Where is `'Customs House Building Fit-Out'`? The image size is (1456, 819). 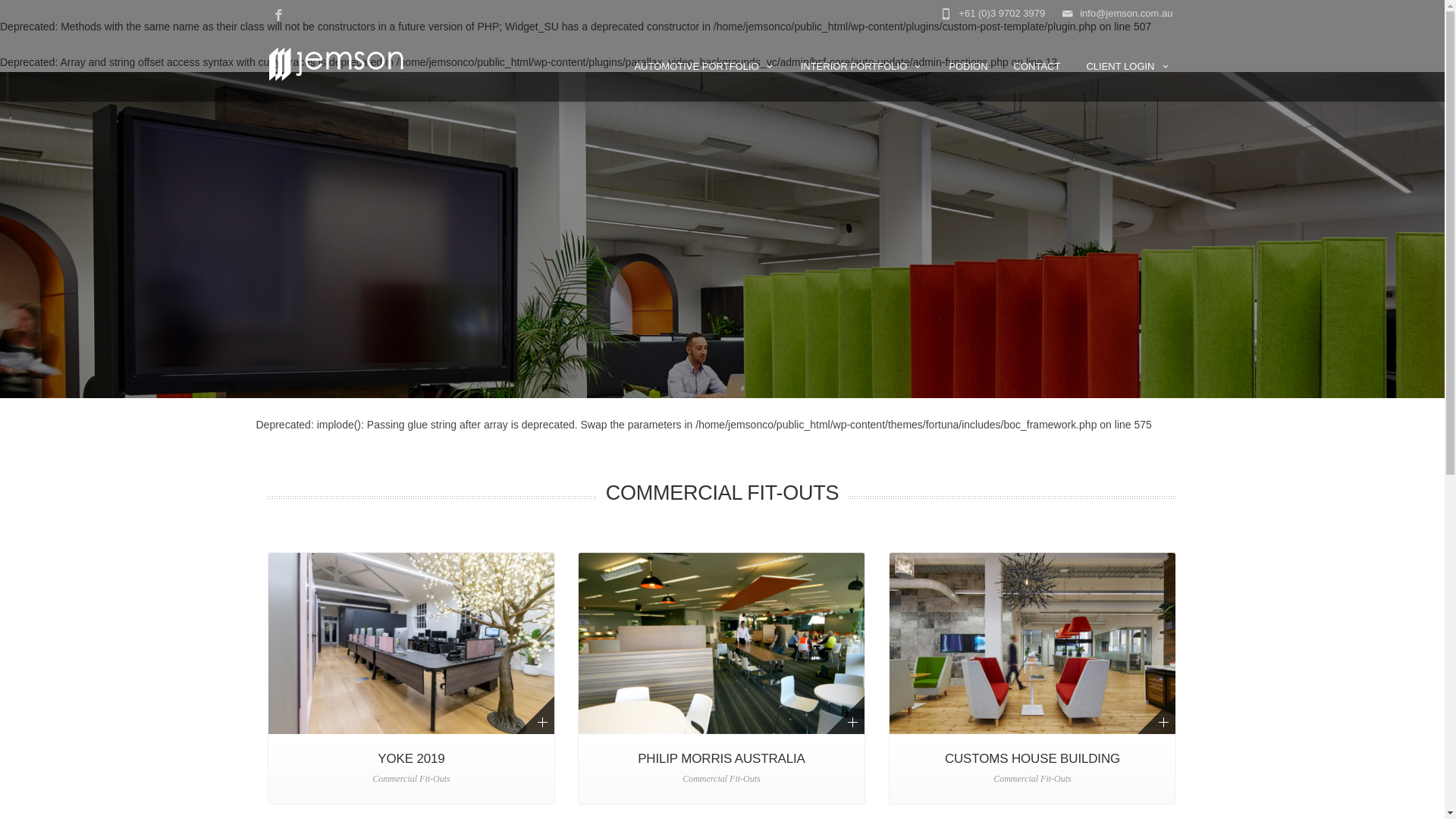
'Customs House Building Fit-Out' is located at coordinates (1031, 643).